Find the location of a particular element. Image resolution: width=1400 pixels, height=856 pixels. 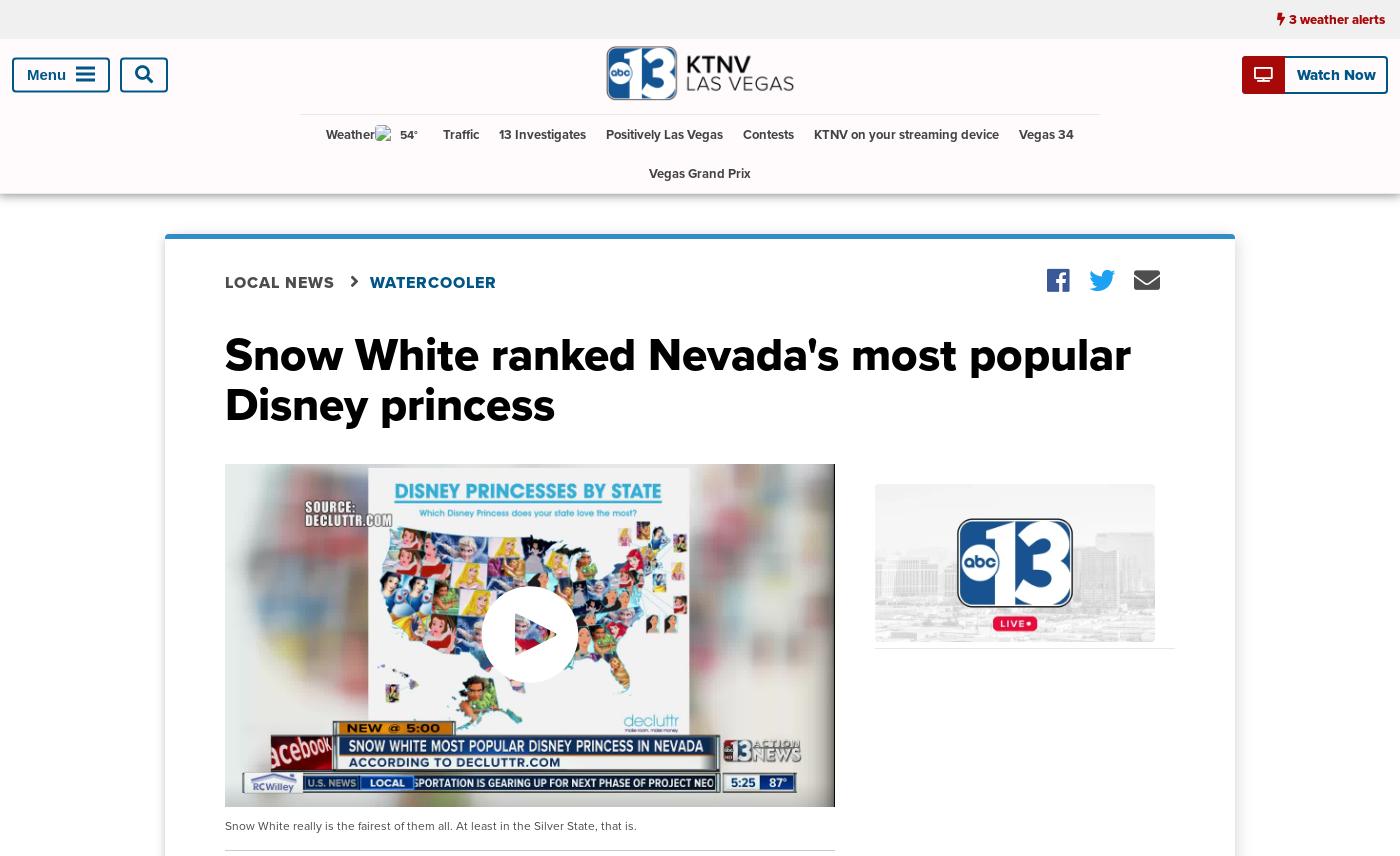

'Watch Now' is located at coordinates (1334, 73).